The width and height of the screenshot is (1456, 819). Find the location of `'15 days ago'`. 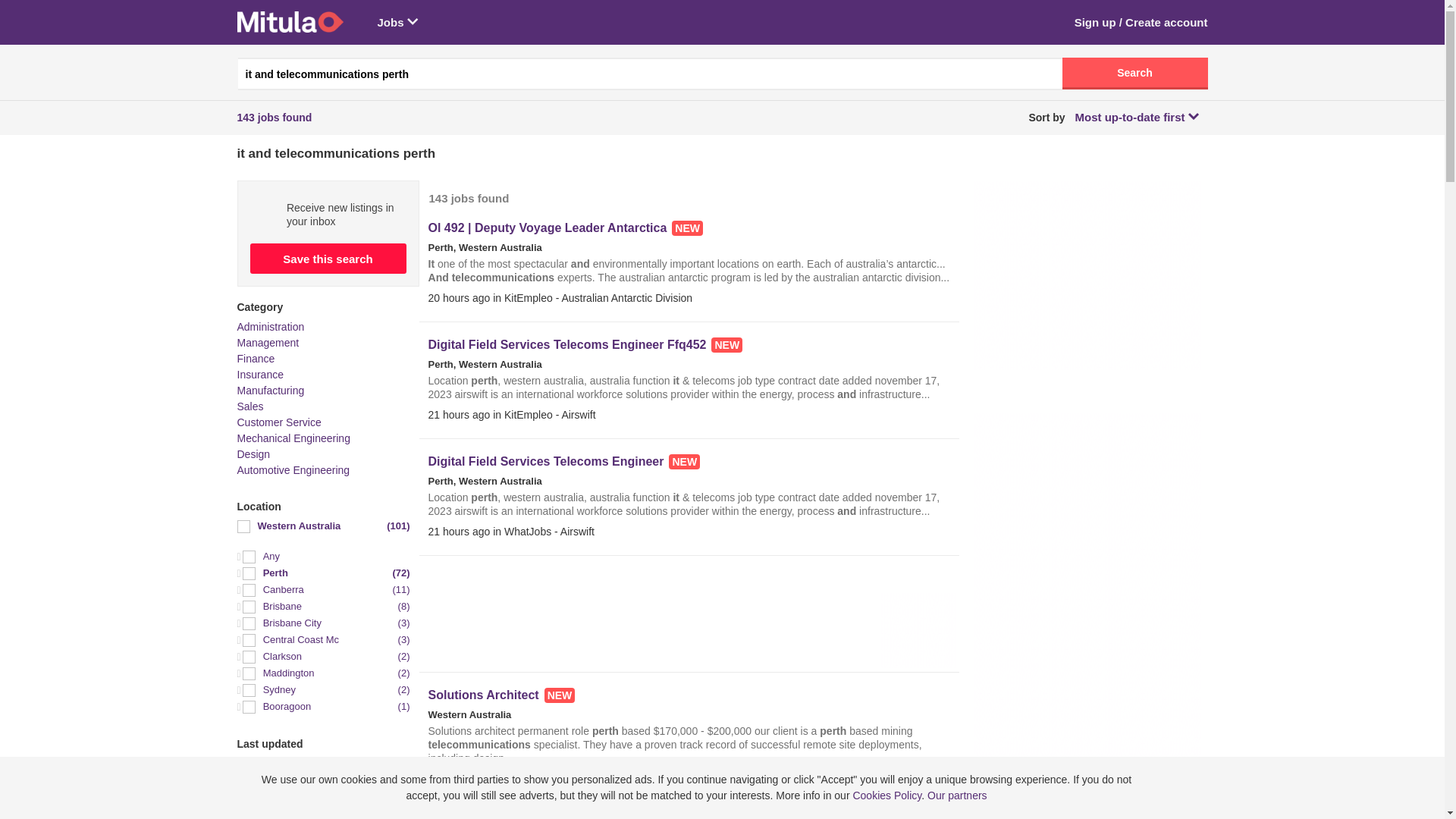

'15 days ago' is located at coordinates (322, 796).